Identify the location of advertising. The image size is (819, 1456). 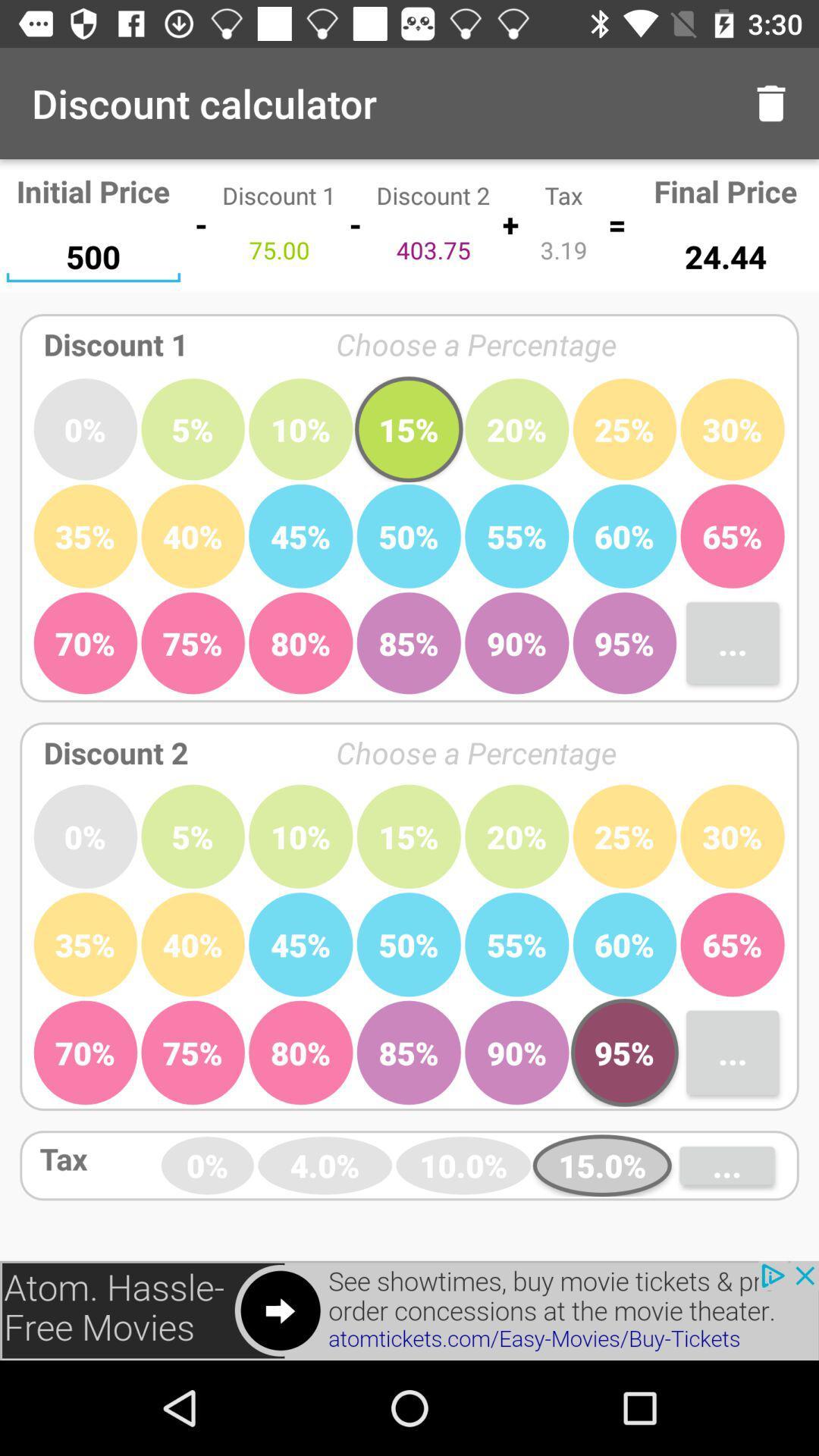
(409, 1310).